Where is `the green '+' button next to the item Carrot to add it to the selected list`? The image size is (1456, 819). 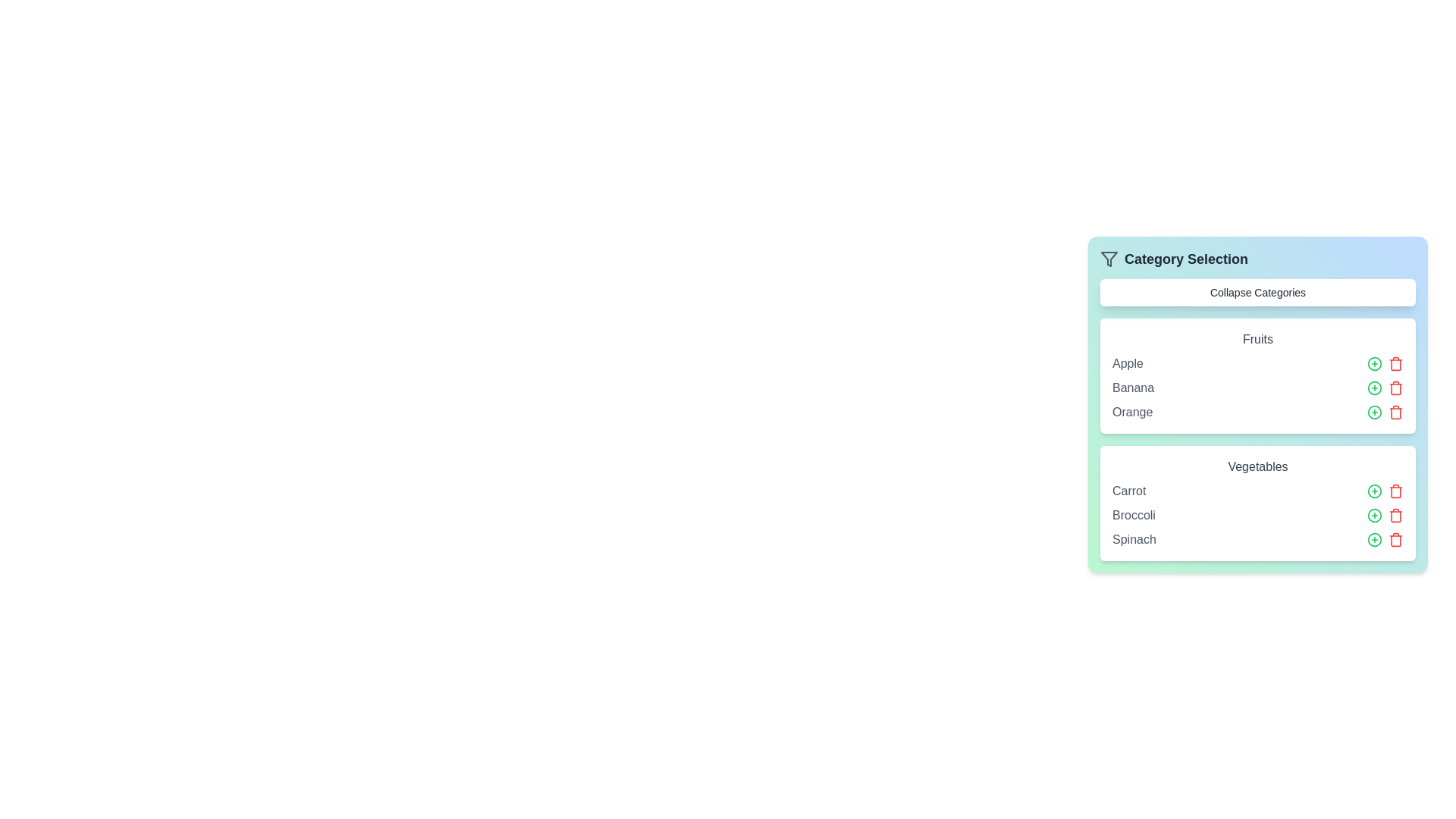 the green '+' button next to the item Carrot to add it to the selected list is located at coordinates (1375, 491).